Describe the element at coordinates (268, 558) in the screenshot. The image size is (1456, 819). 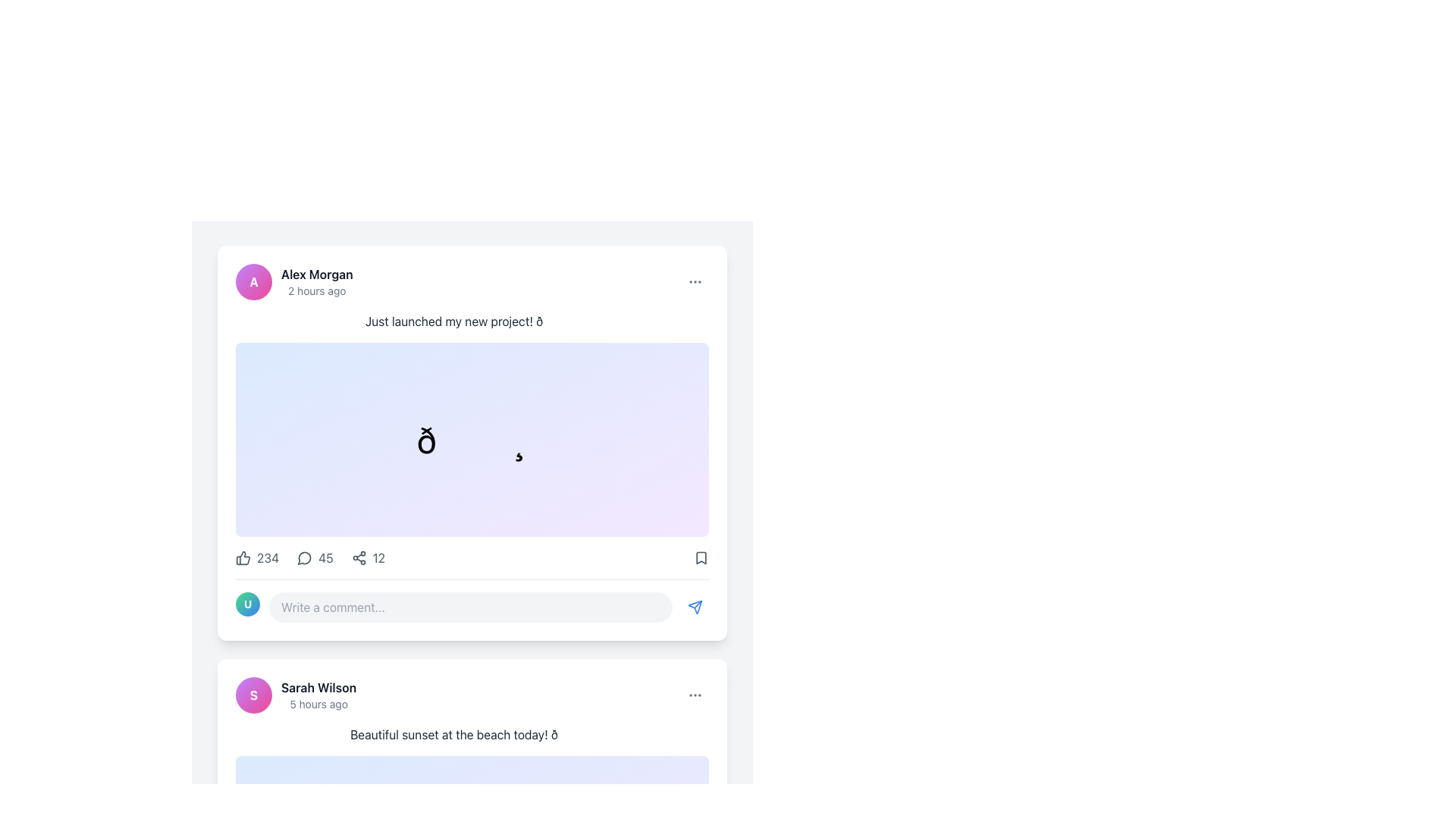
I see `the text element displaying the number '234', which is styled in gray and positioned next to a thumbs-up icon in the bottom-left section of the post card` at that location.